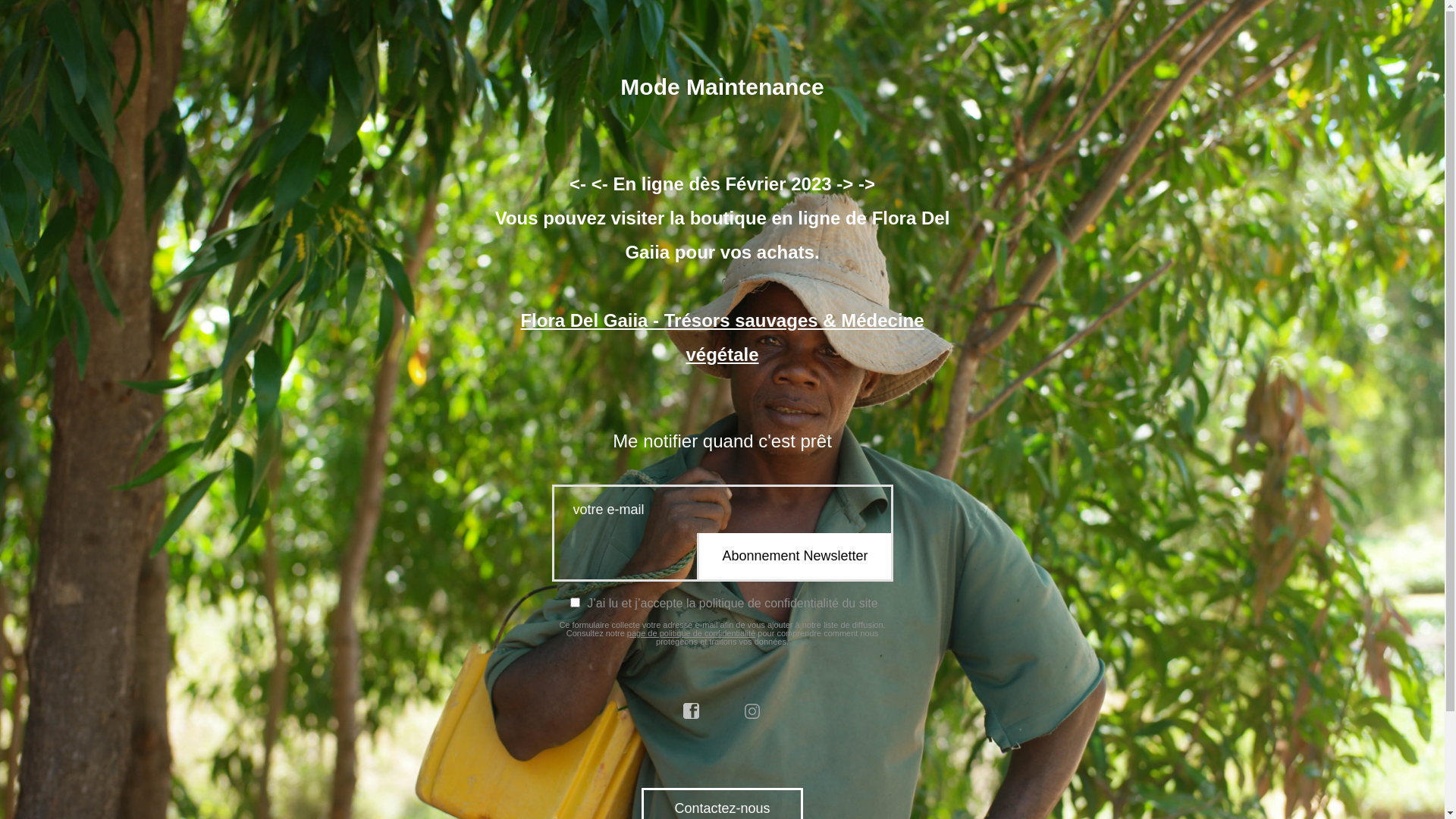 This screenshot has height=819, width=1456. Describe the element at coordinates (753, 711) in the screenshot. I see `'instagram'` at that location.